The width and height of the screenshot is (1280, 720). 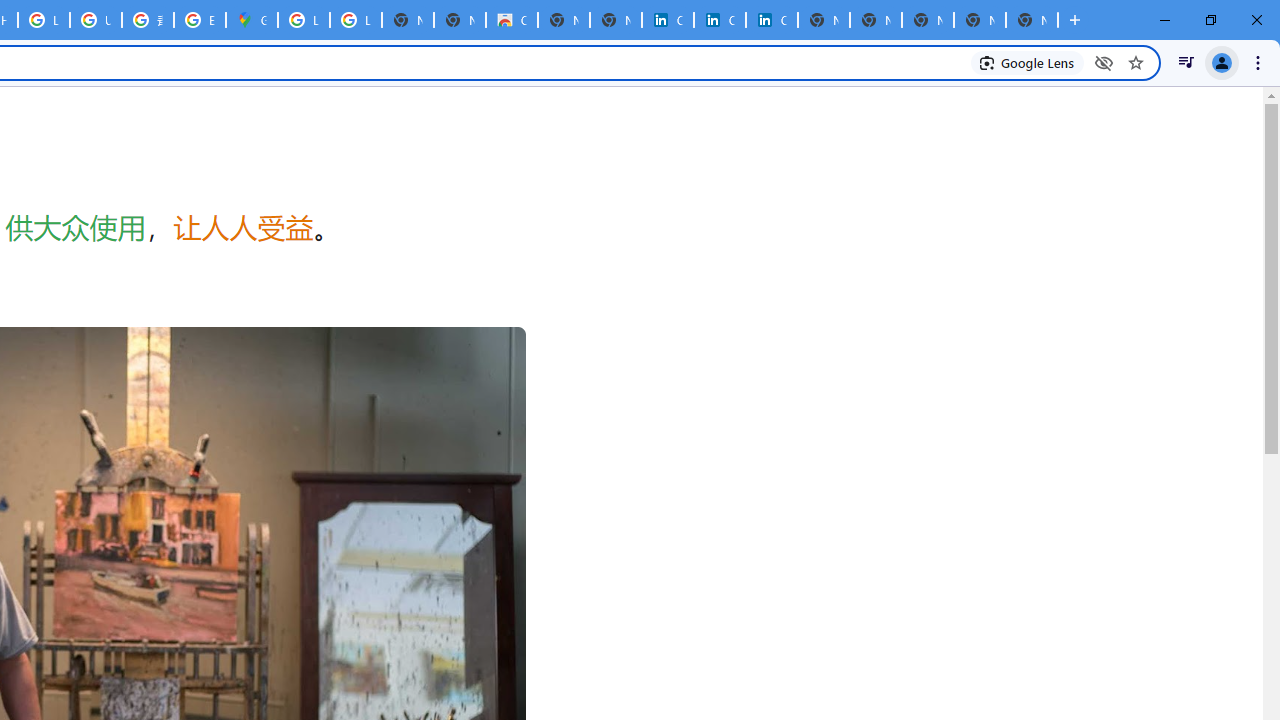 What do you see at coordinates (251, 20) in the screenshot?
I see `'Google Maps'` at bounding box center [251, 20].